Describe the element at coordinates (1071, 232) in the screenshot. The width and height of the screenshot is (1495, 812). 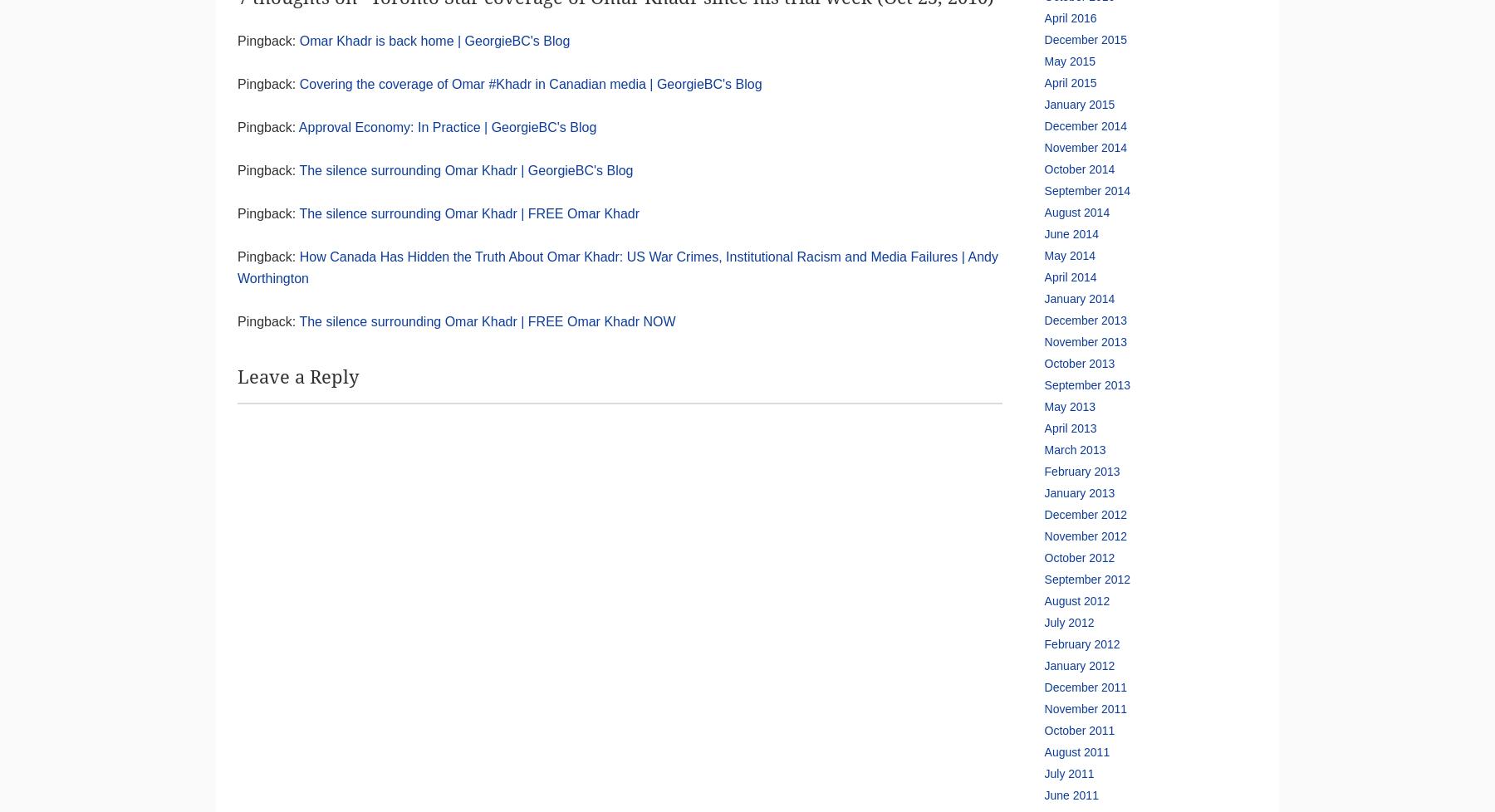
I see `'June 2014'` at that location.